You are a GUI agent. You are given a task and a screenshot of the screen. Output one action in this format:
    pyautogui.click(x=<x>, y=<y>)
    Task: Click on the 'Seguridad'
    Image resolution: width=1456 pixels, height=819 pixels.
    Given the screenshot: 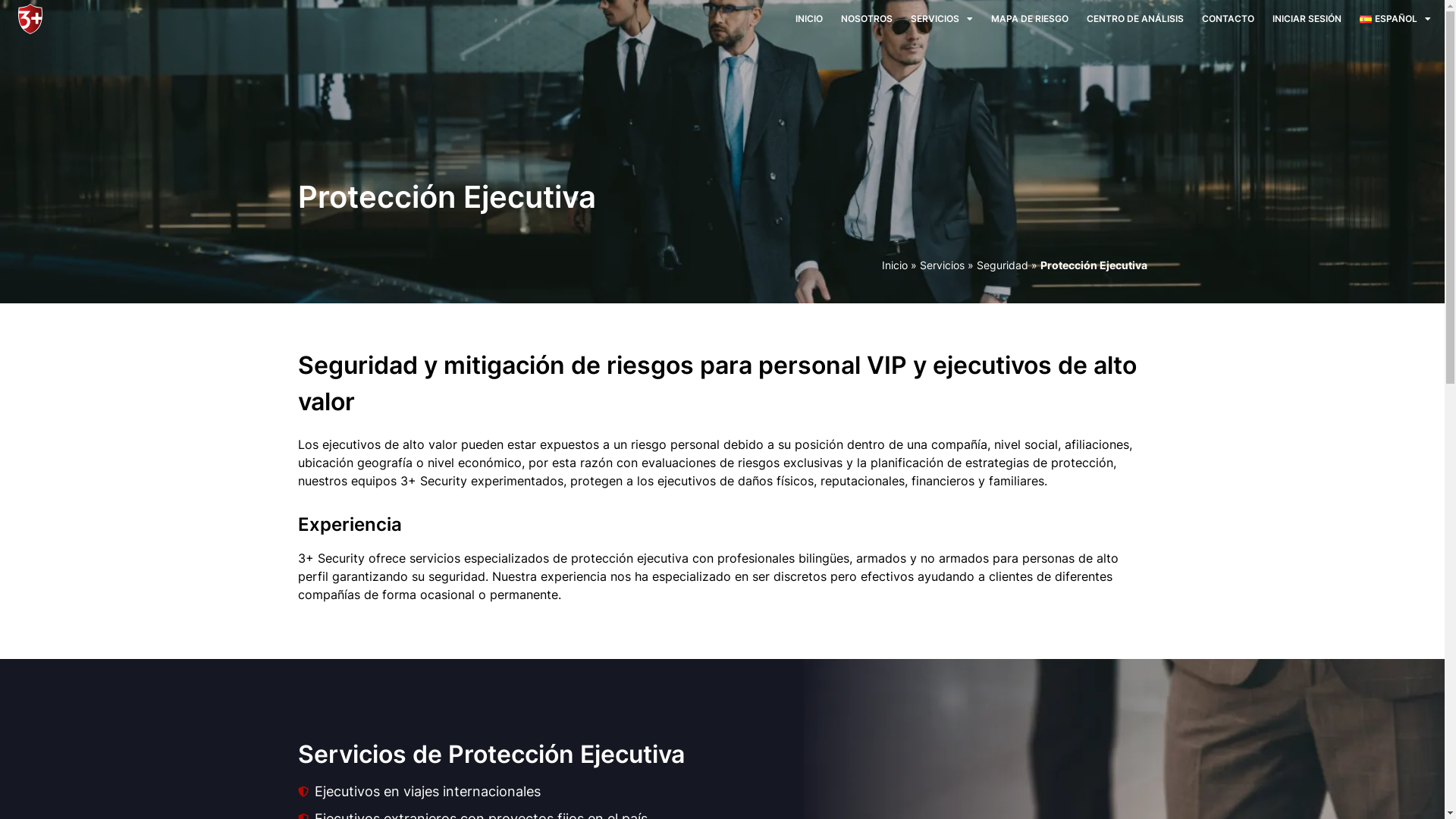 What is the action you would take?
    pyautogui.click(x=1002, y=265)
    